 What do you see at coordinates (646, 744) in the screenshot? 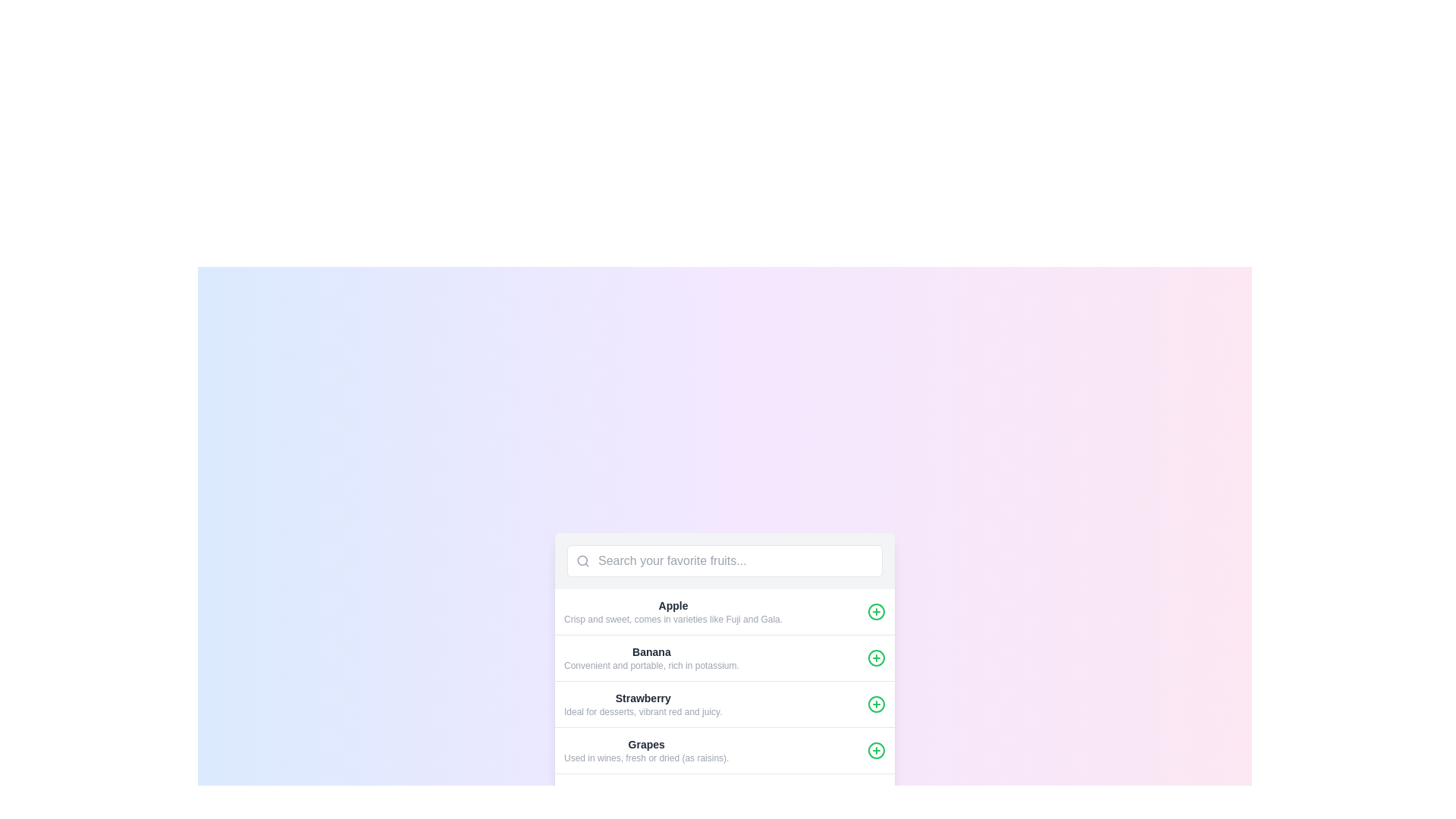
I see `the text label displaying 'Grapes', which is a medium-sized bold dark gray font positioned at the bottom of the interface within the last item of a vertical list of fruits` at bounding box center [646, 744].